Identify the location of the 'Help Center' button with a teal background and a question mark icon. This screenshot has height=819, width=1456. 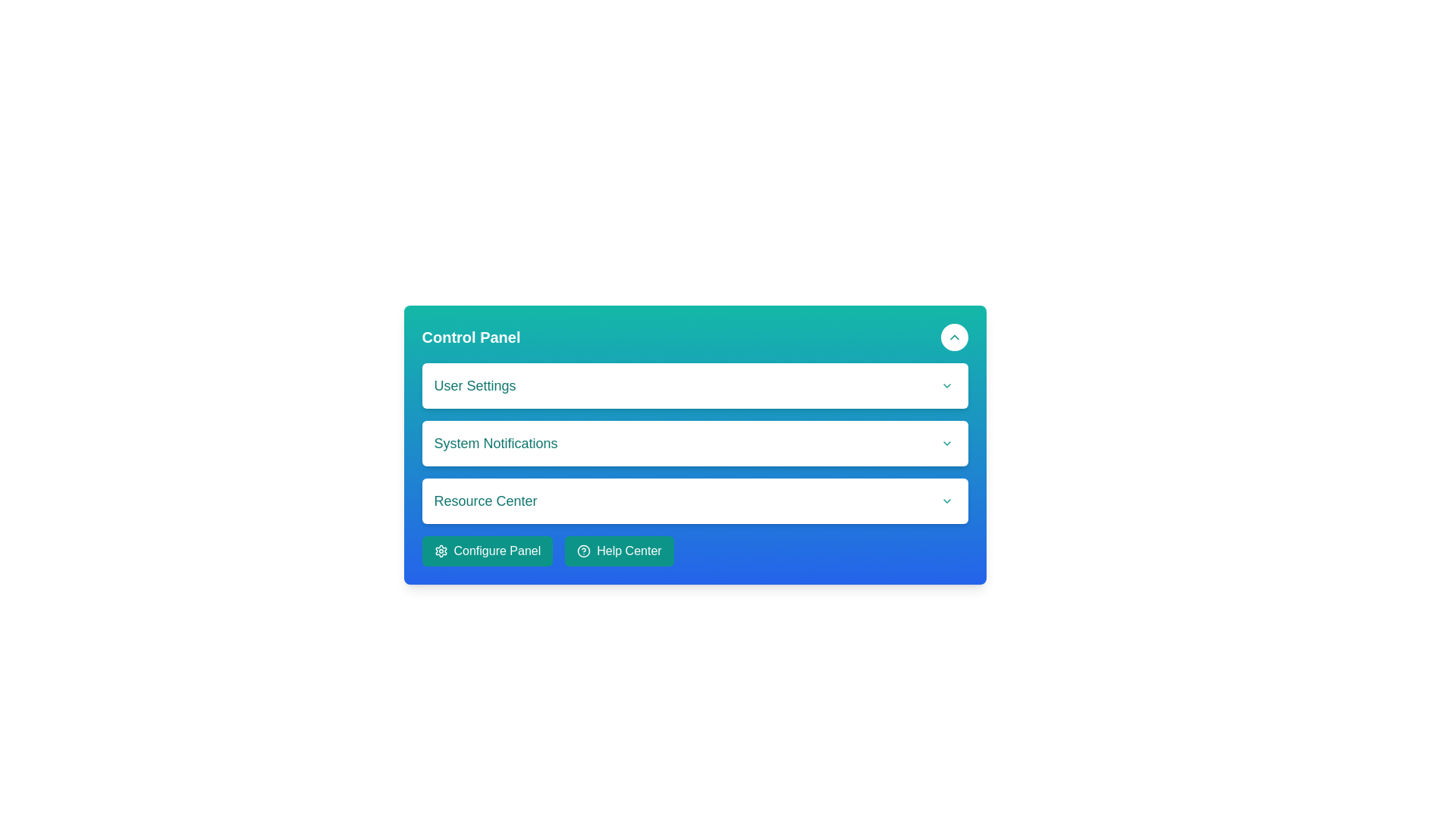
(619, 551).